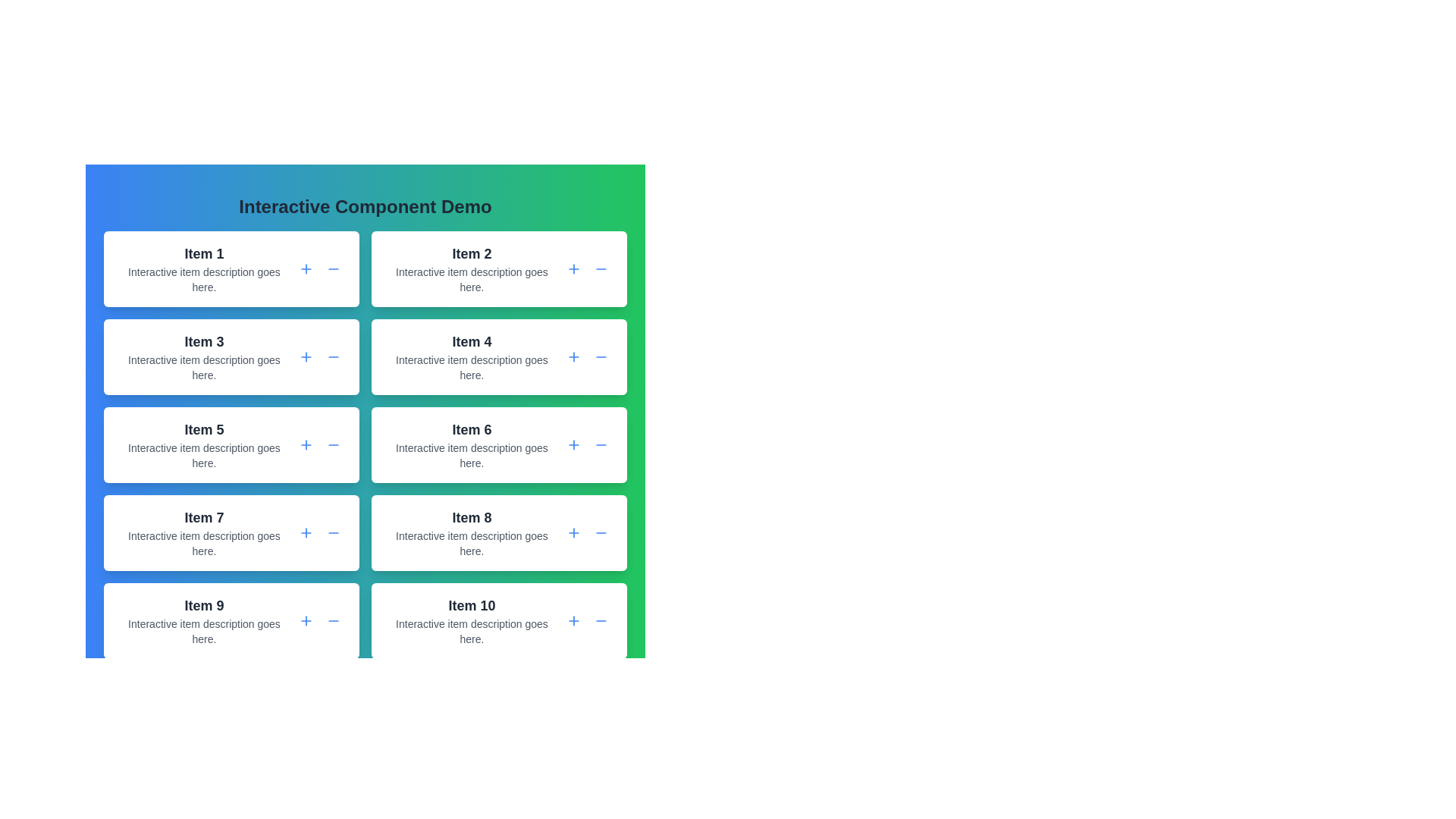 This screenshot has height=819, width=1456. Describe the element at coordinates (333, 532) in the screenshot. I see `the decrement button (minus icon) located in the second column and fourth row of the 'Item 7' section to decrease the count associated with it` at that location.